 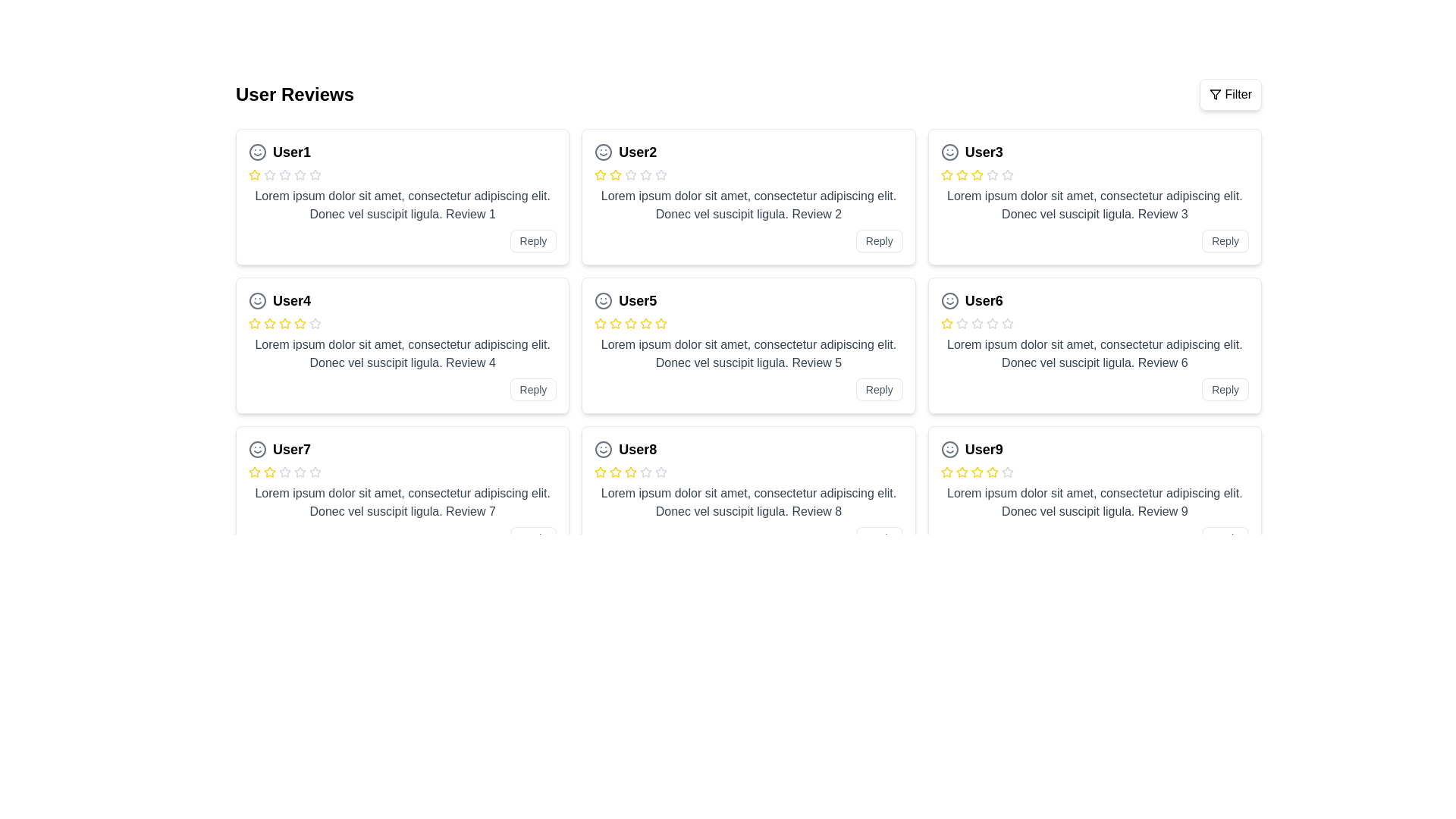 What do you see at coordinates (646, 174) in the screenshot?
I see `the second star-shaped icon in the rating system located in the second card titled 'User2' in the review grid` at bounding box center [646, 174].